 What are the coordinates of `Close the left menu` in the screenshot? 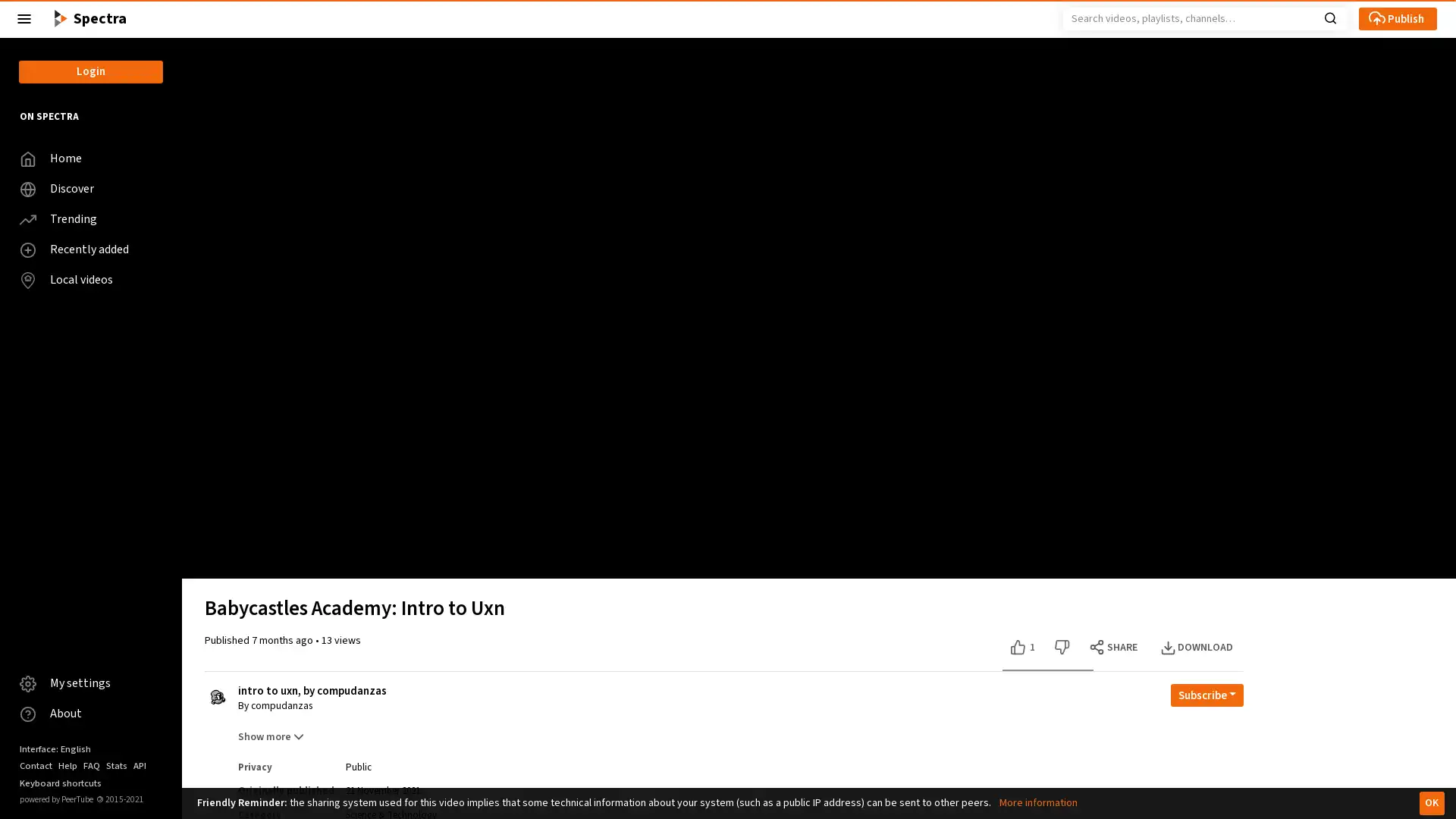 It's located at (24, 18).